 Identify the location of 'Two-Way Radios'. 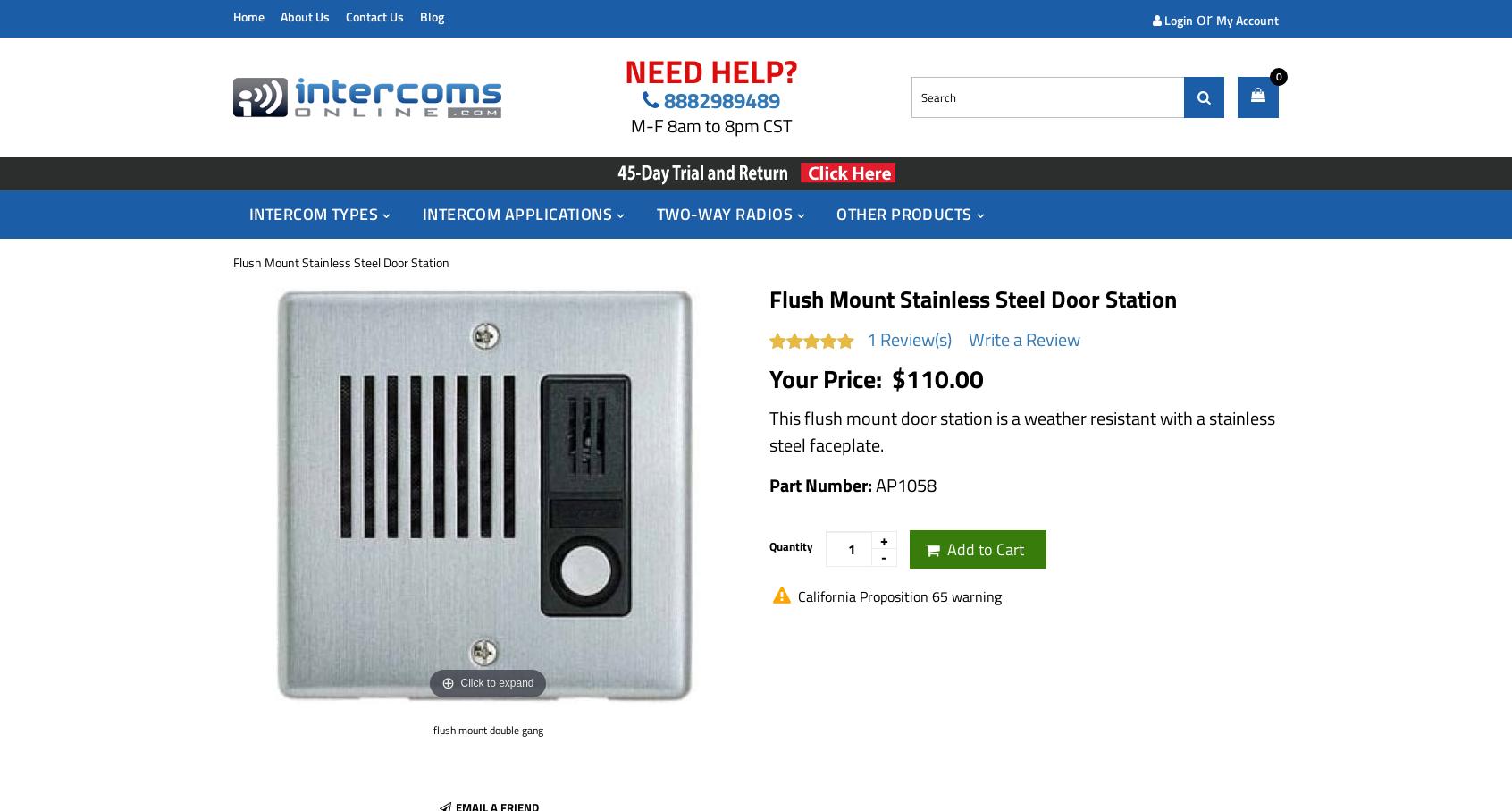
(723, 214).